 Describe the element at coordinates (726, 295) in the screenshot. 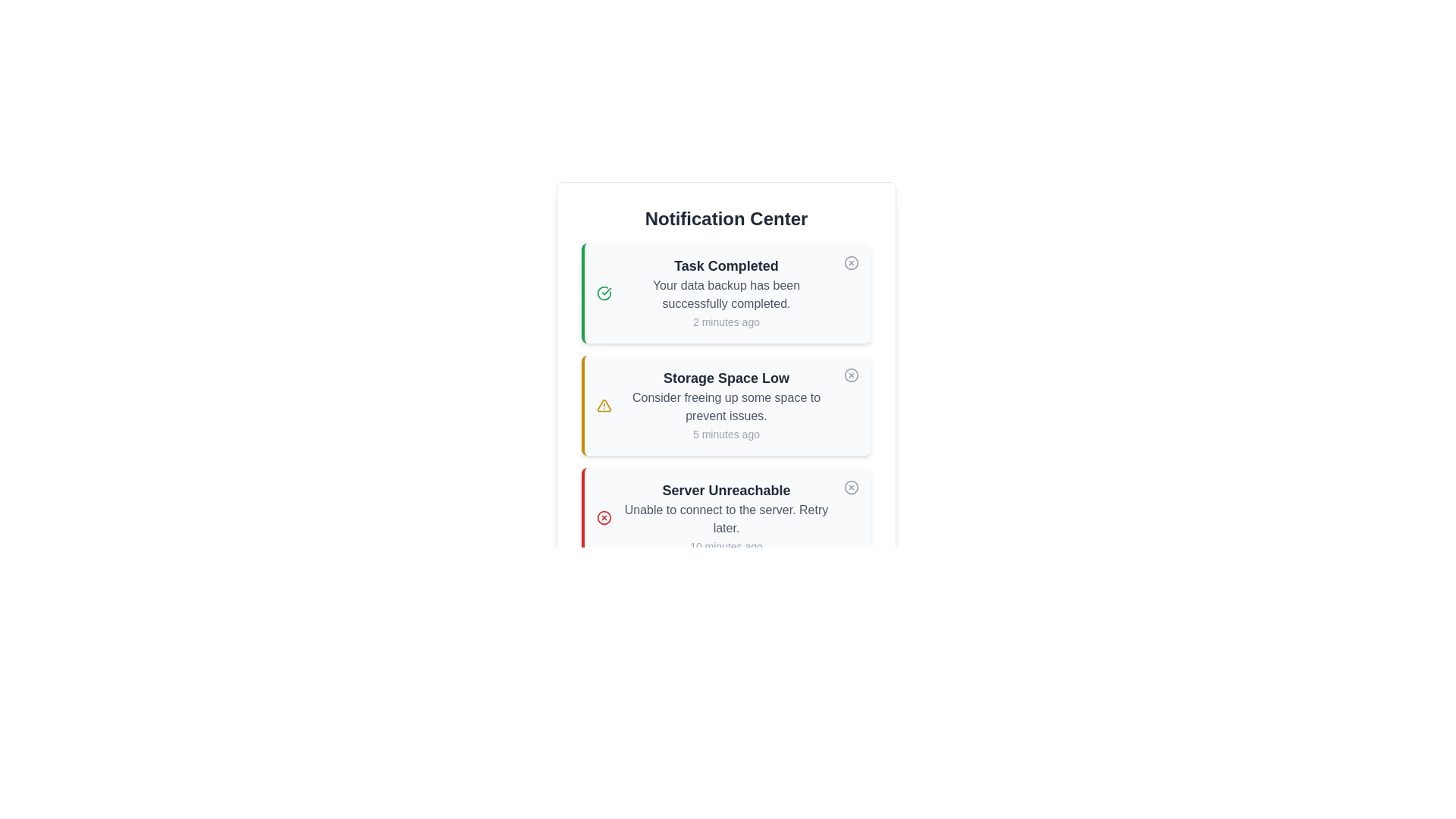

I see `static text indicating that the backup task has been successfully completed, which is located below the title 'Task Completed' in the uppermost notification card` at that location.